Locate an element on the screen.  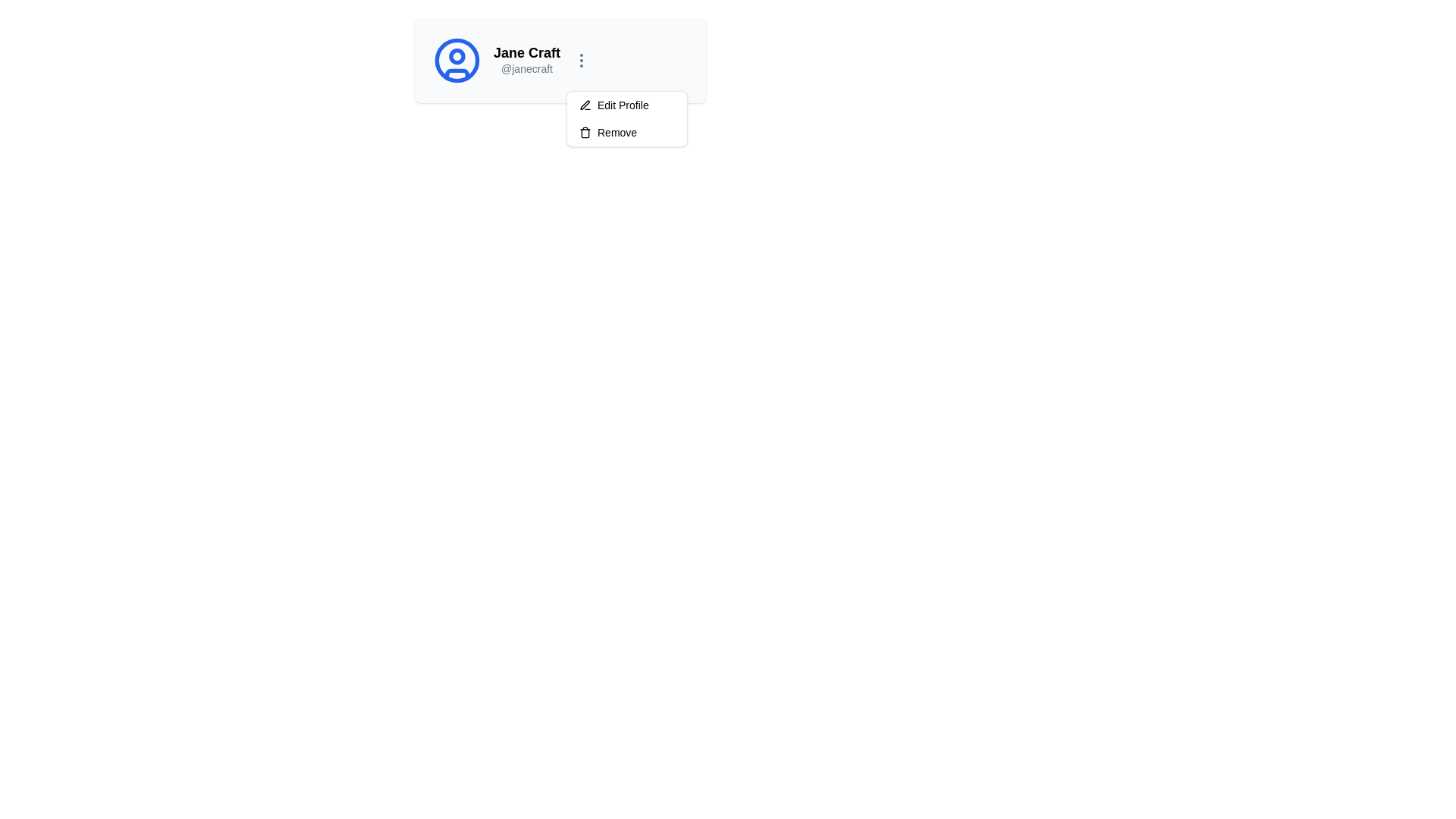
the decorative SVG circle located within the user avatar in the top-left corner of the user profile card is located at coordinates (457, 55).